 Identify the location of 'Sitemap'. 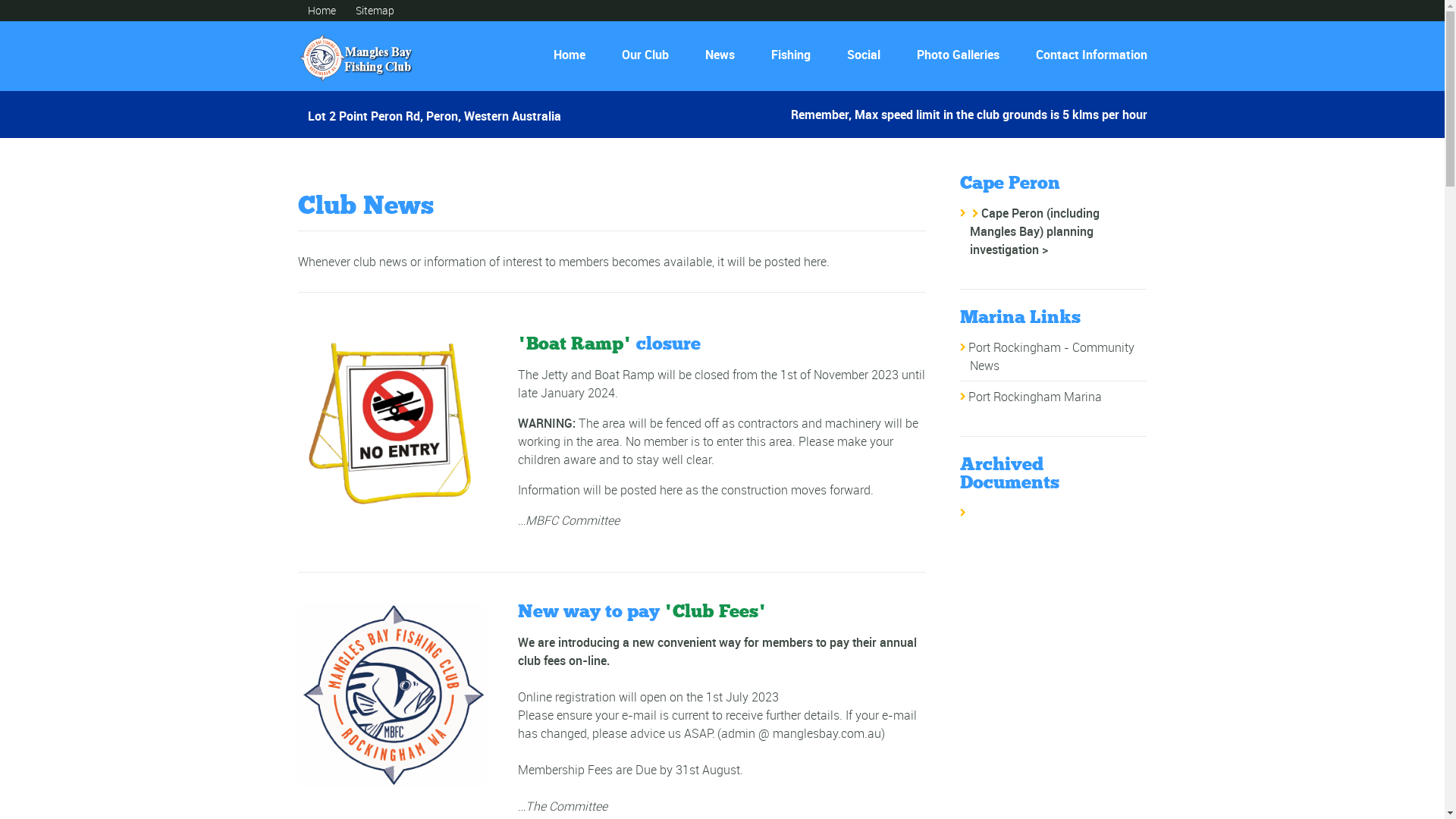
(355, 10).